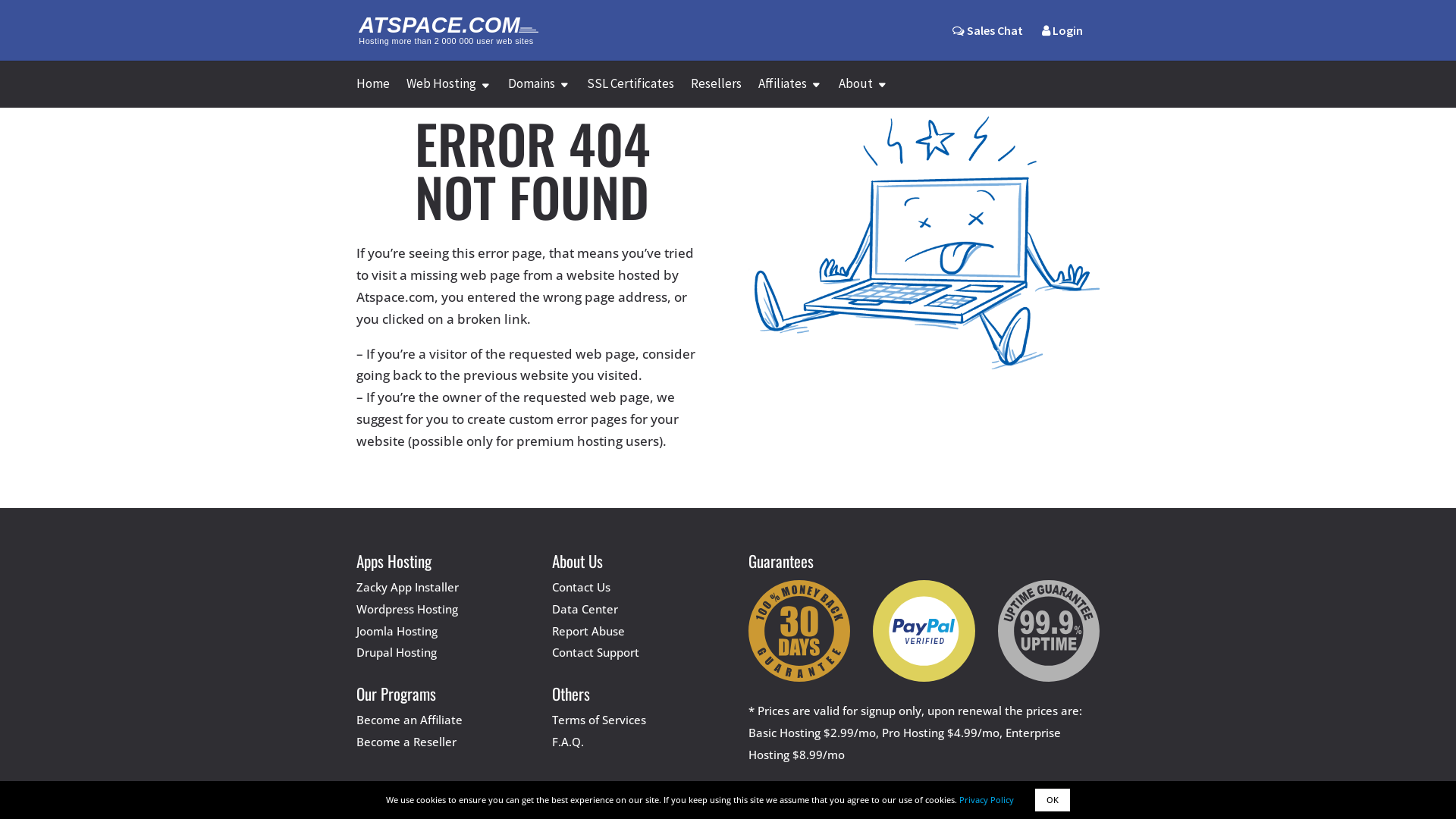  I want to click on 'Login', so click(1062, 42).